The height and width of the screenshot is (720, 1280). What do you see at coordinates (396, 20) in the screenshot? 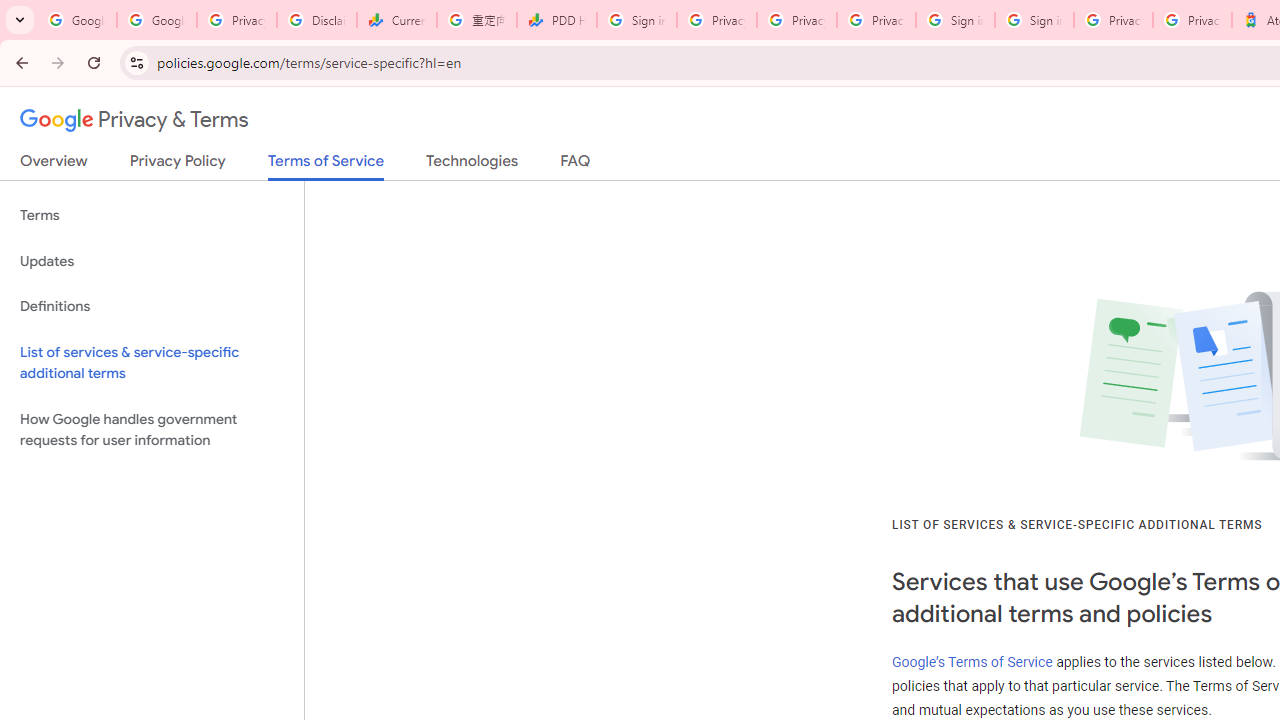
I see `'Currencies - Google Finance'` at bounding box center [396, 20].